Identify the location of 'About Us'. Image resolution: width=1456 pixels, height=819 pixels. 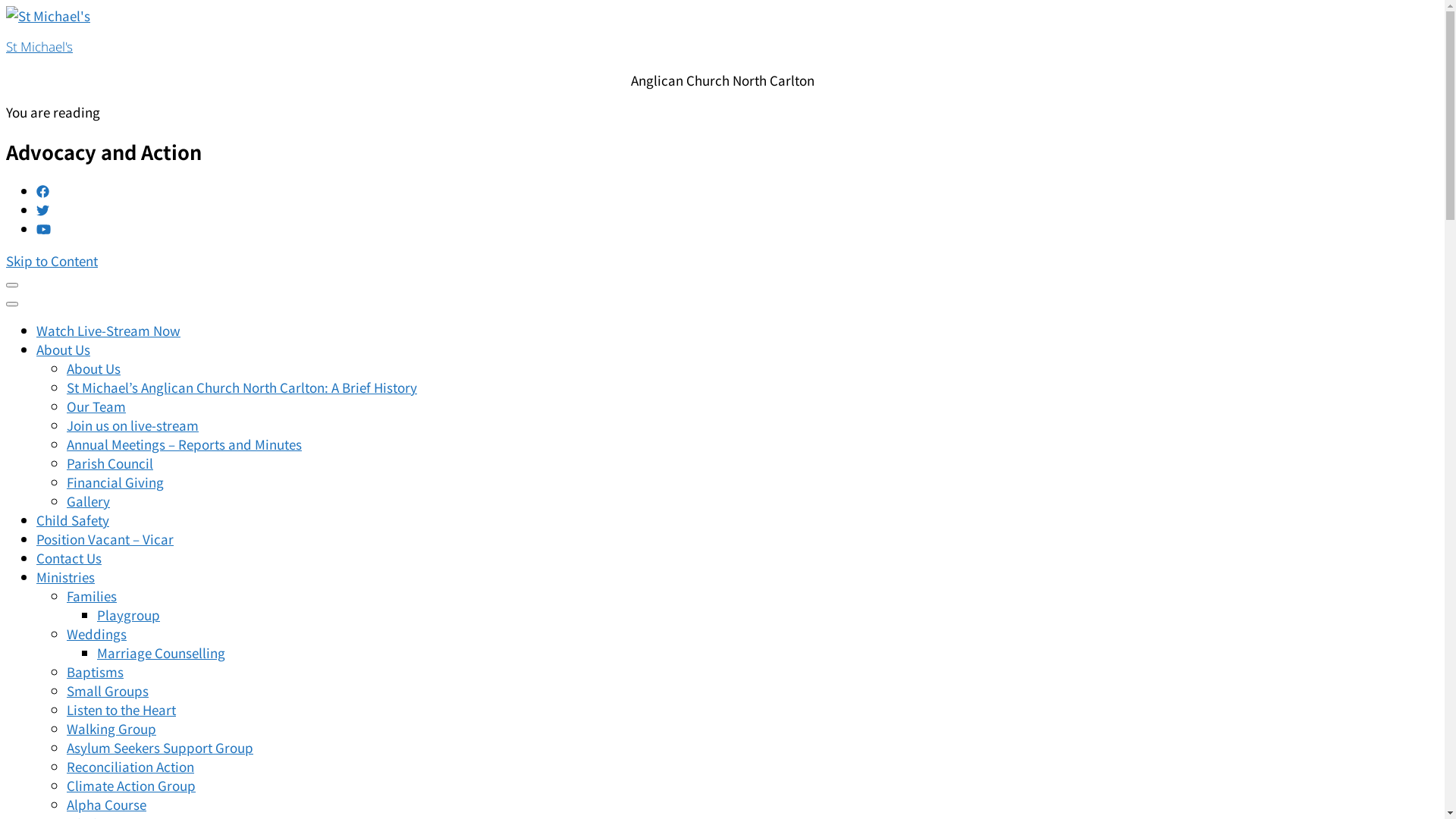
(62, 349).